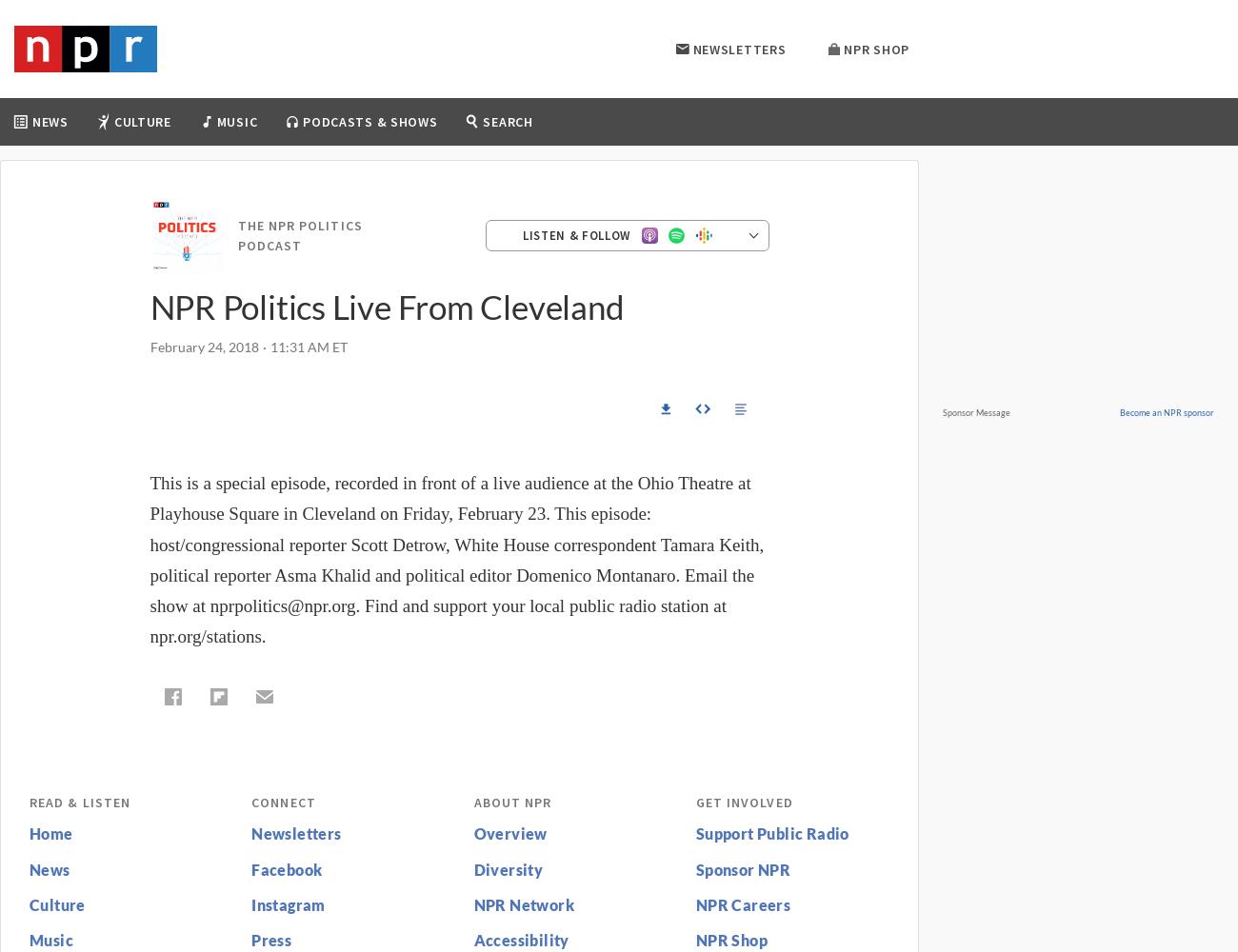 The height and width of the screenshot is (952, 1238). I want to click on 'Movies', so click(274, 183).